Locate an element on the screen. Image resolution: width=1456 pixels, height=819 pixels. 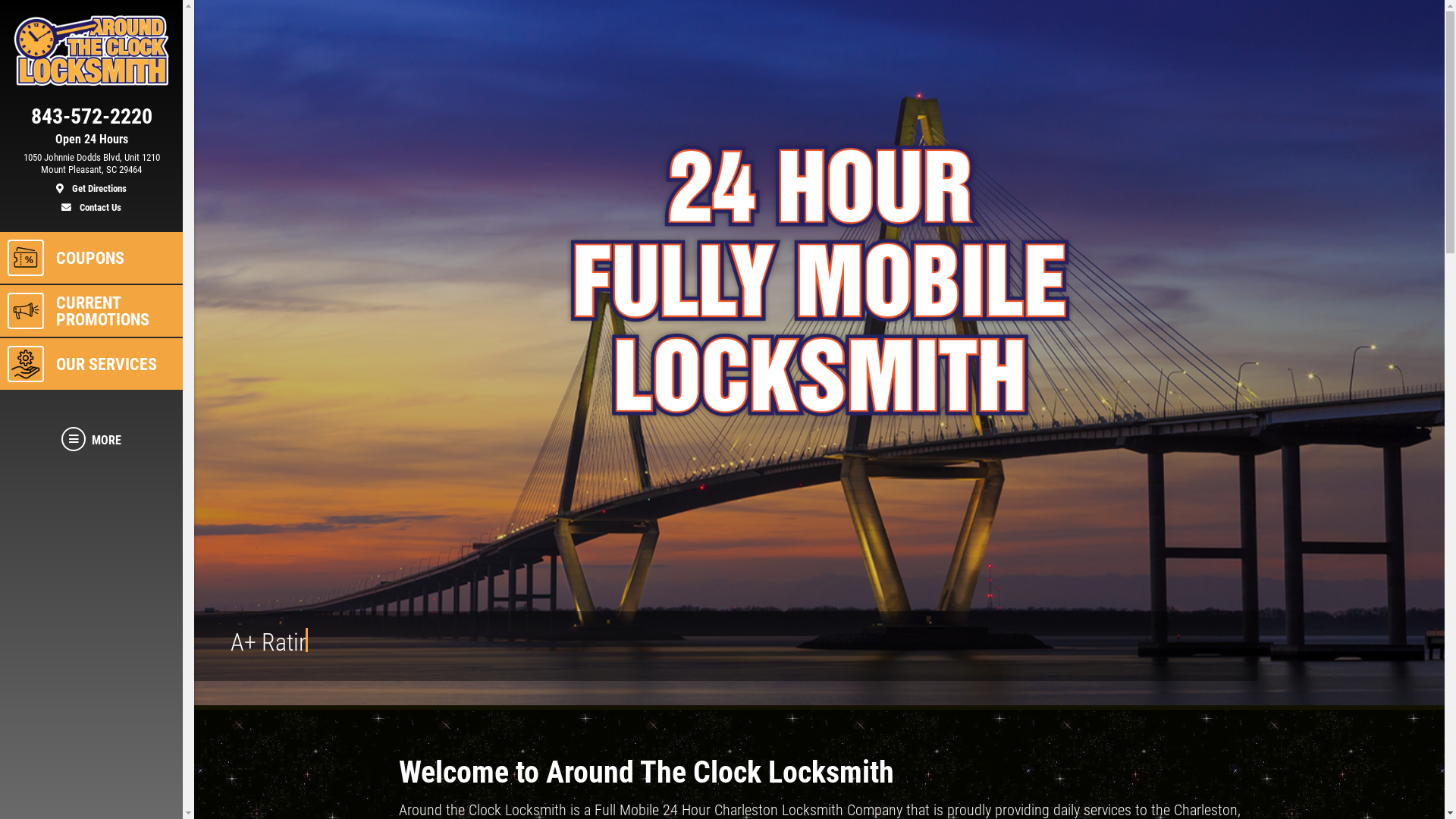
'CURRENT PROMOTIONS' is located at coordinates (90, 309).